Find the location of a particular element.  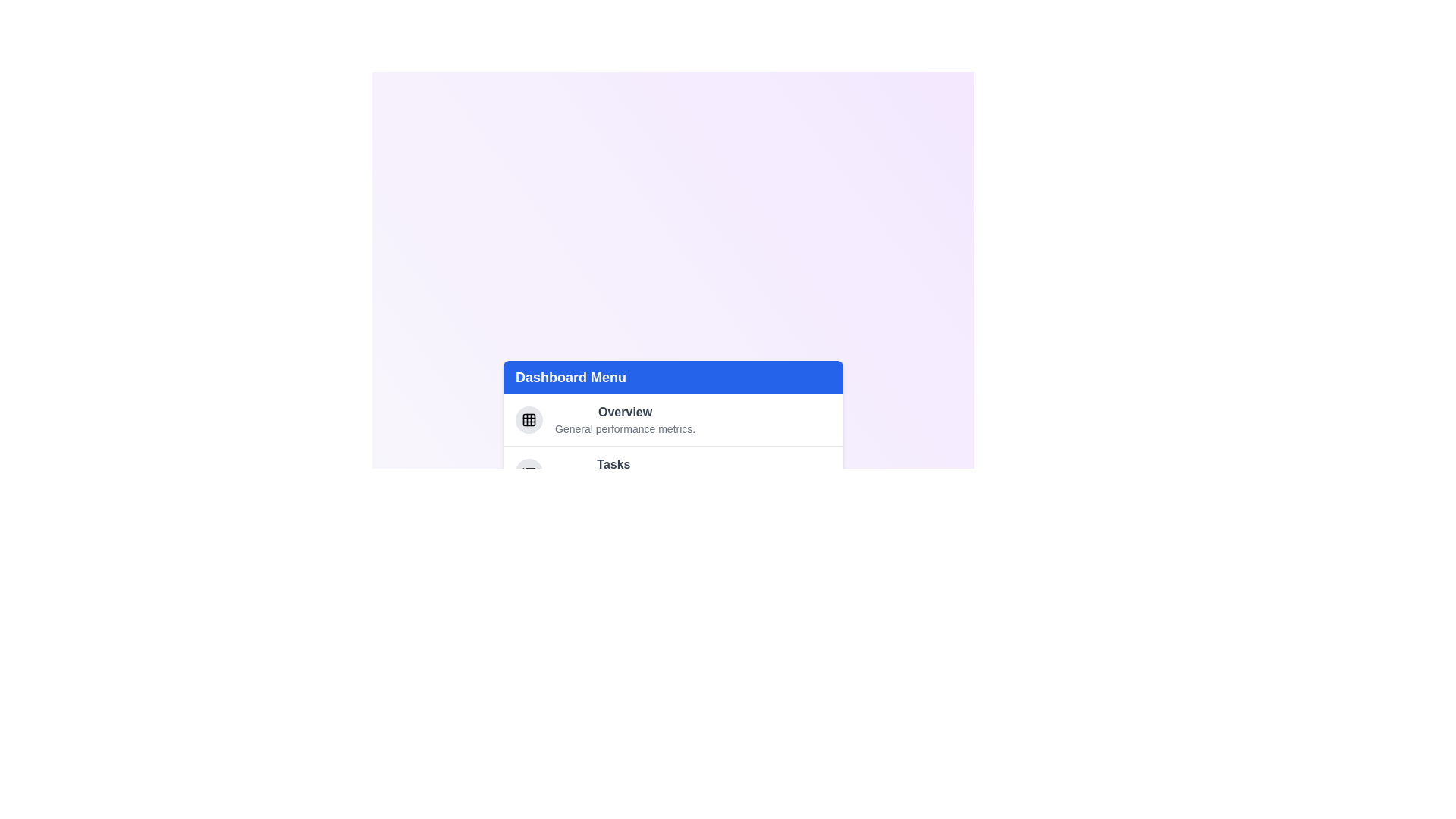

the menu item corresponding to Tasks is located at coordinates (673, 470).